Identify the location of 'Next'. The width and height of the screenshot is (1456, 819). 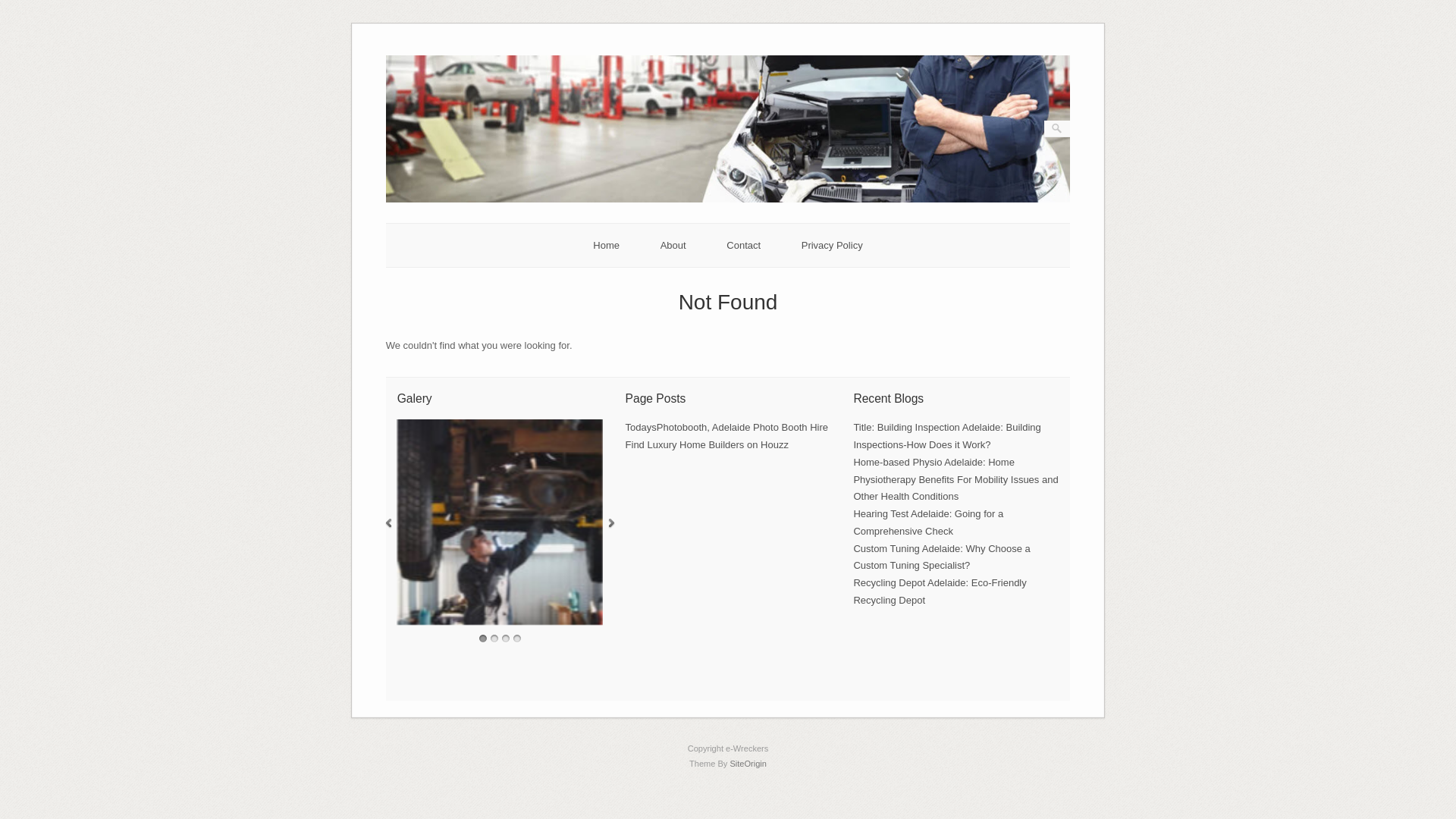
(611, 522).